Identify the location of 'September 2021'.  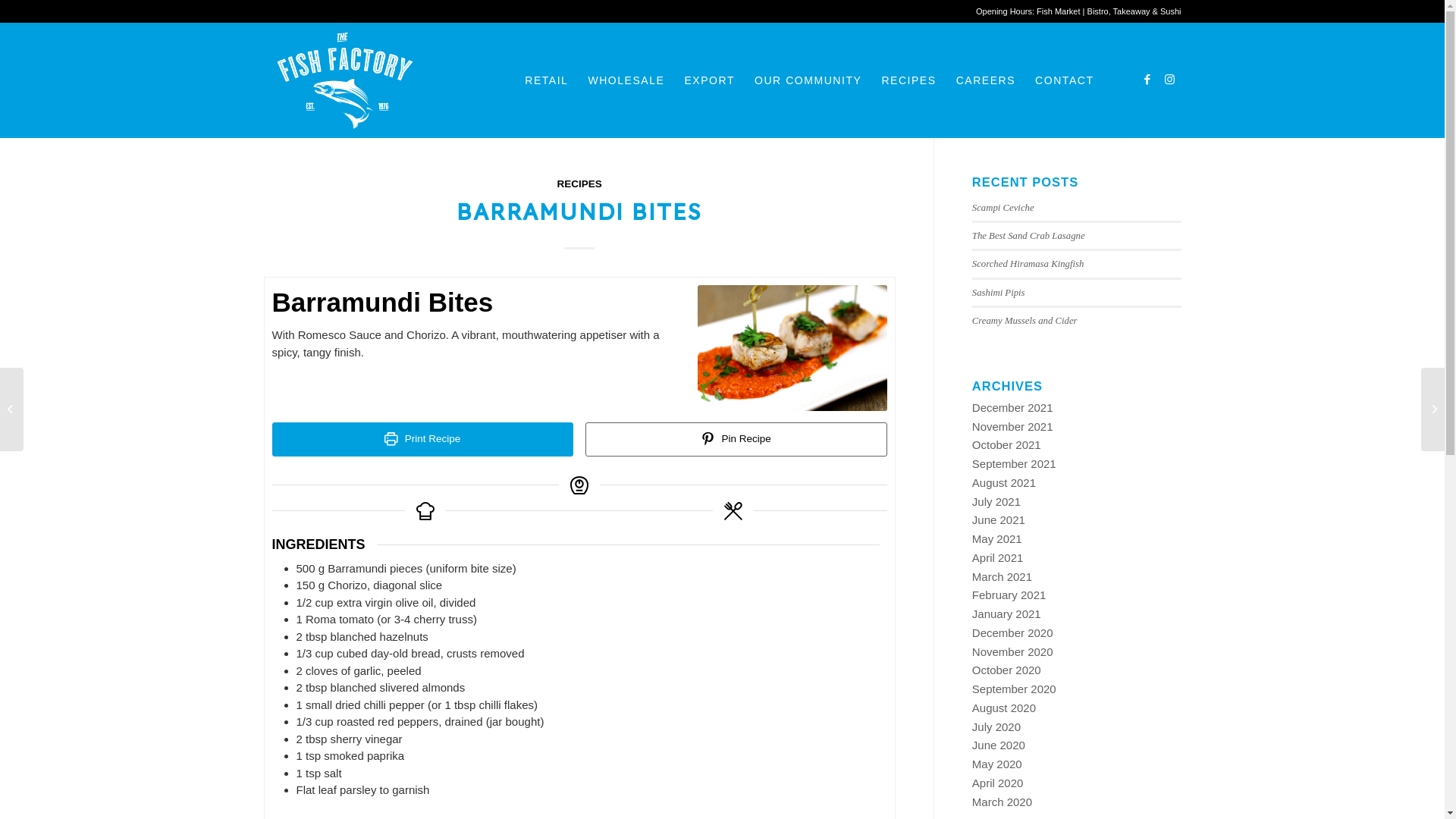
(1014, 463).